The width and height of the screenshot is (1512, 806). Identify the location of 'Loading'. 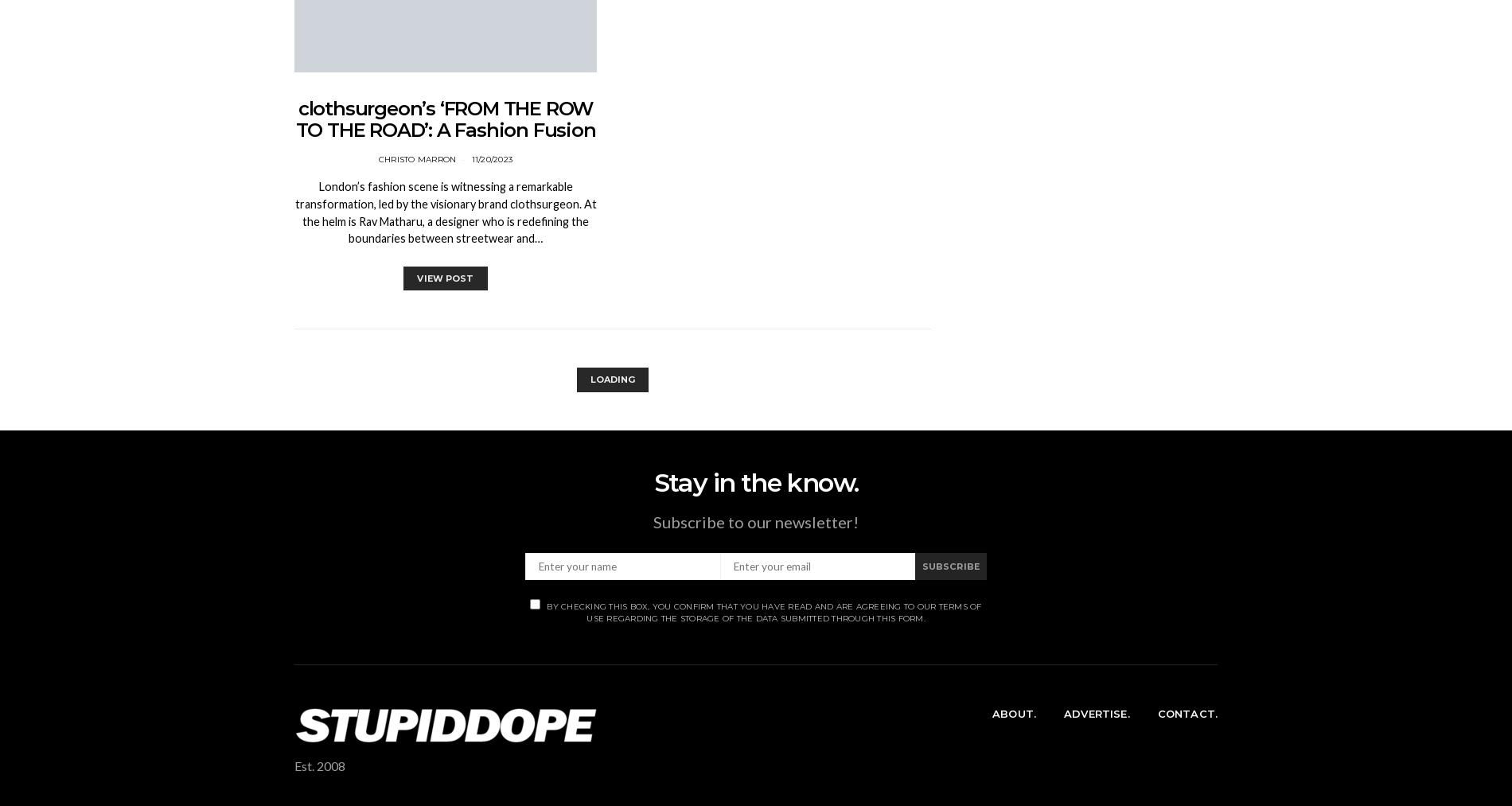
(589, 379).